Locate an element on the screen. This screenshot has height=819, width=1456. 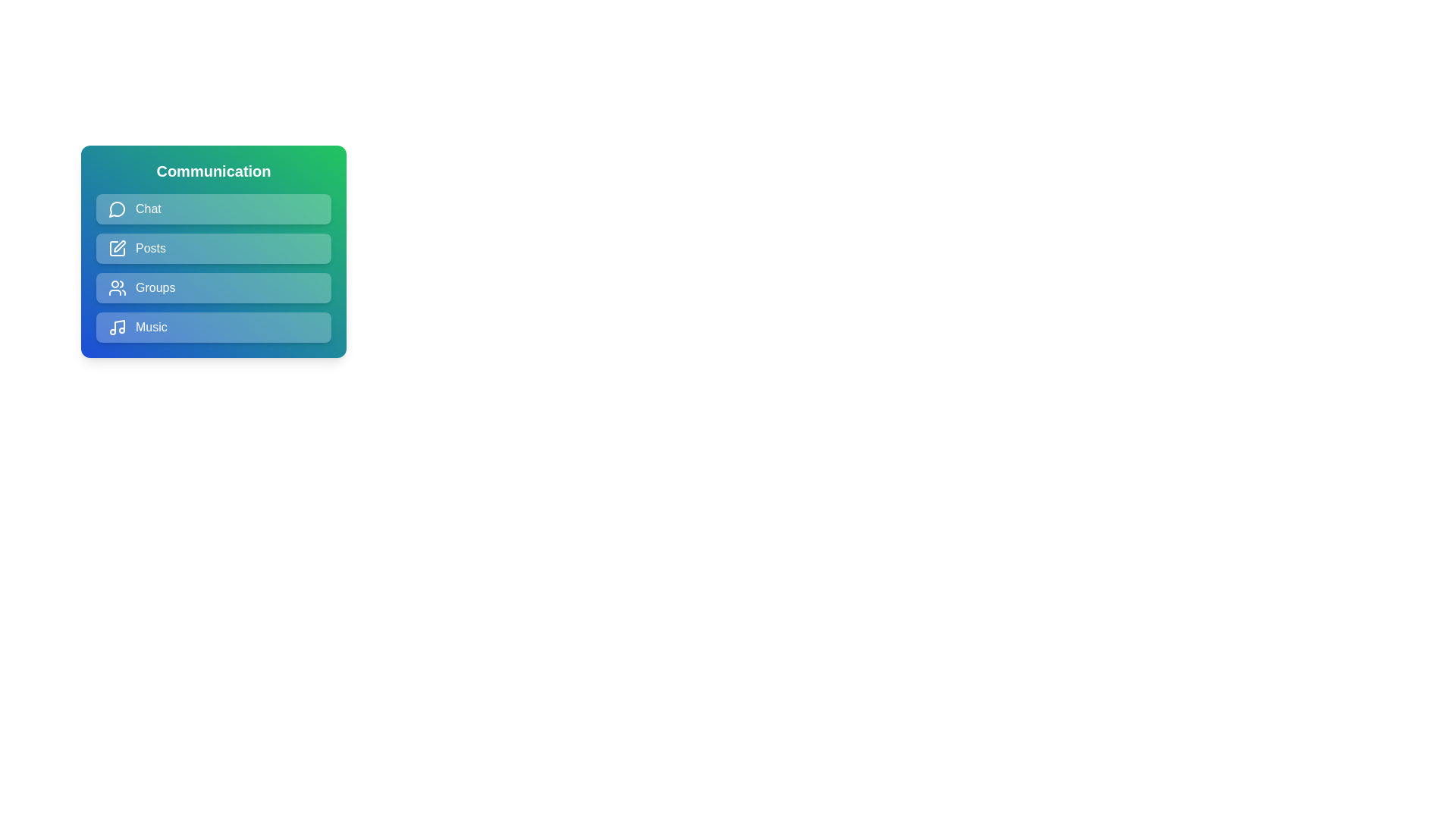
the icon associated with the Chat menu item is located at coordinates (116, 209).